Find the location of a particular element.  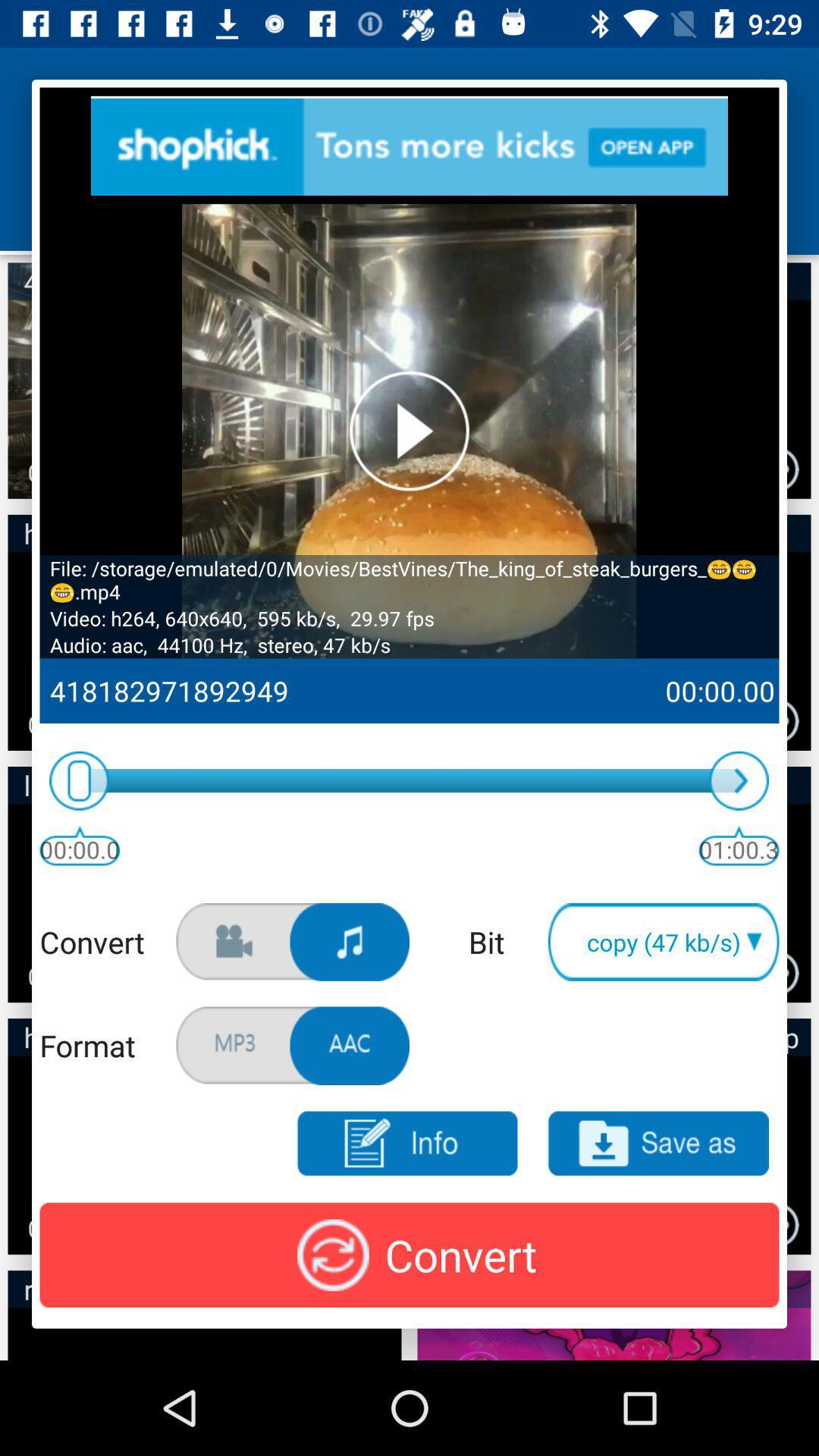

click music option is located at coordinates (350, 941).